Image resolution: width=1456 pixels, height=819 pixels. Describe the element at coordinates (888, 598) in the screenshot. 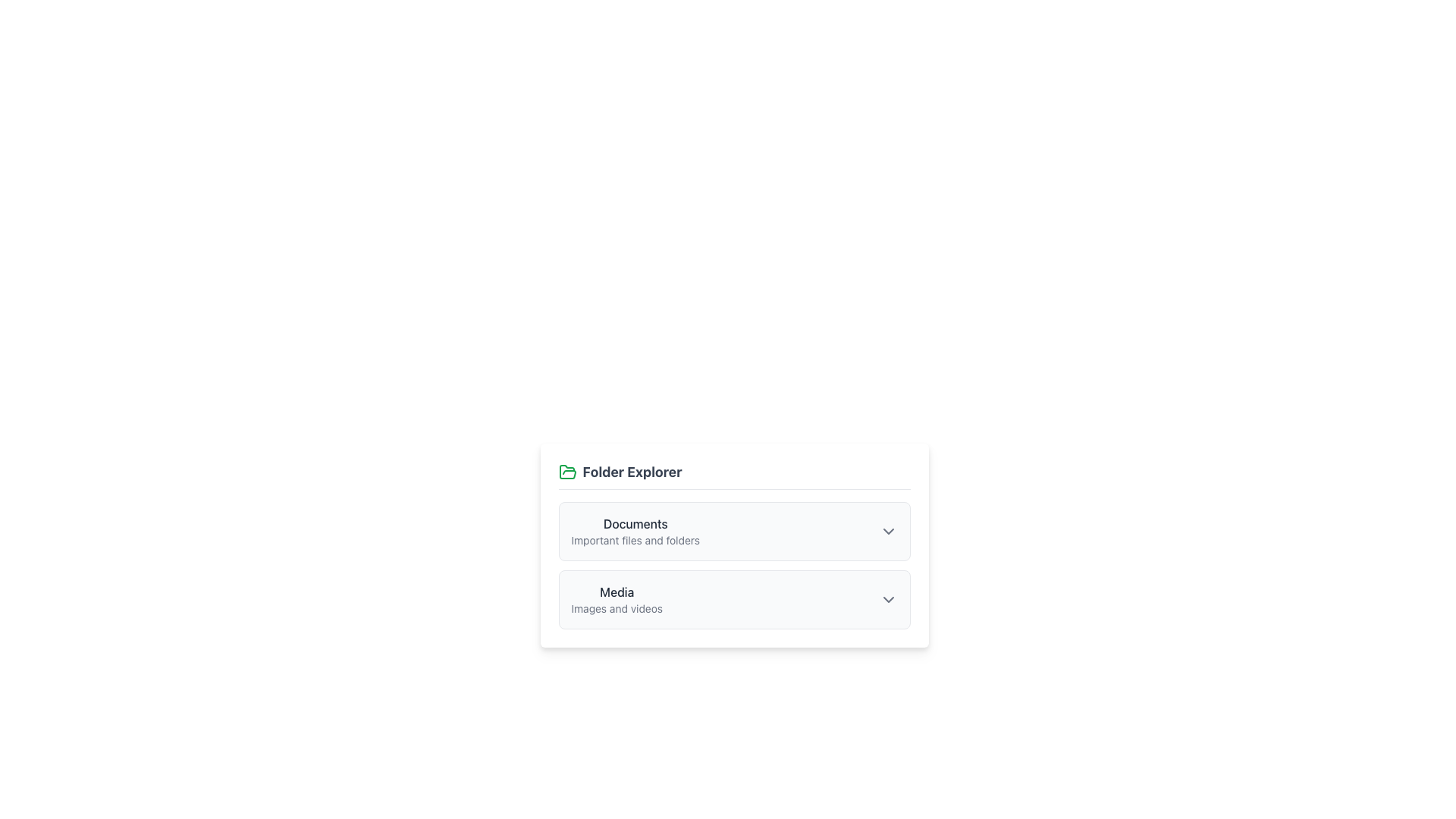

I see `the Chevron icon located at the rightmost edge of the 'Media' button` at that location.